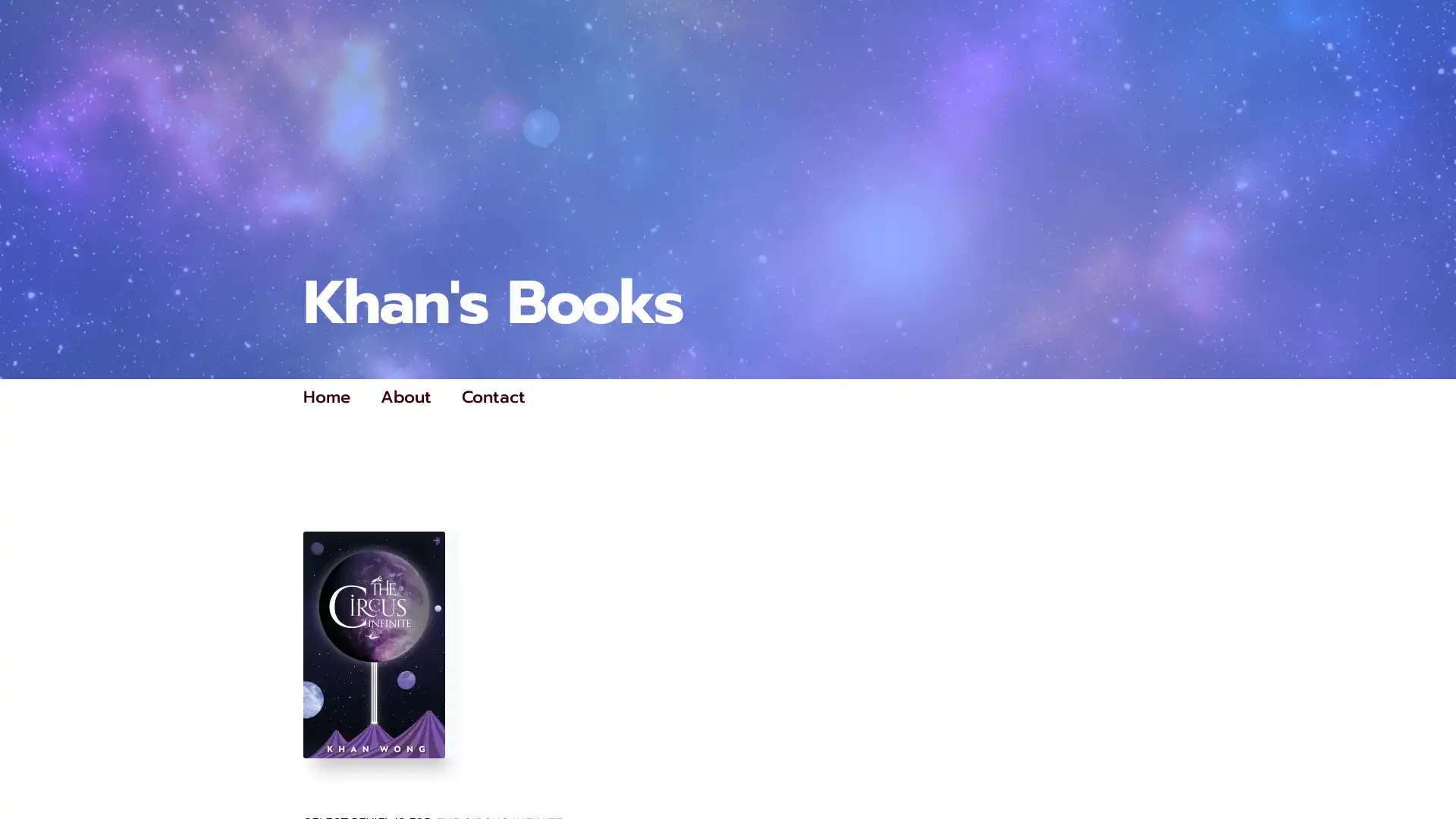  Describe the element at coordinates (1426, 767) in the screenshot. I see `Scroll to top` at that location.